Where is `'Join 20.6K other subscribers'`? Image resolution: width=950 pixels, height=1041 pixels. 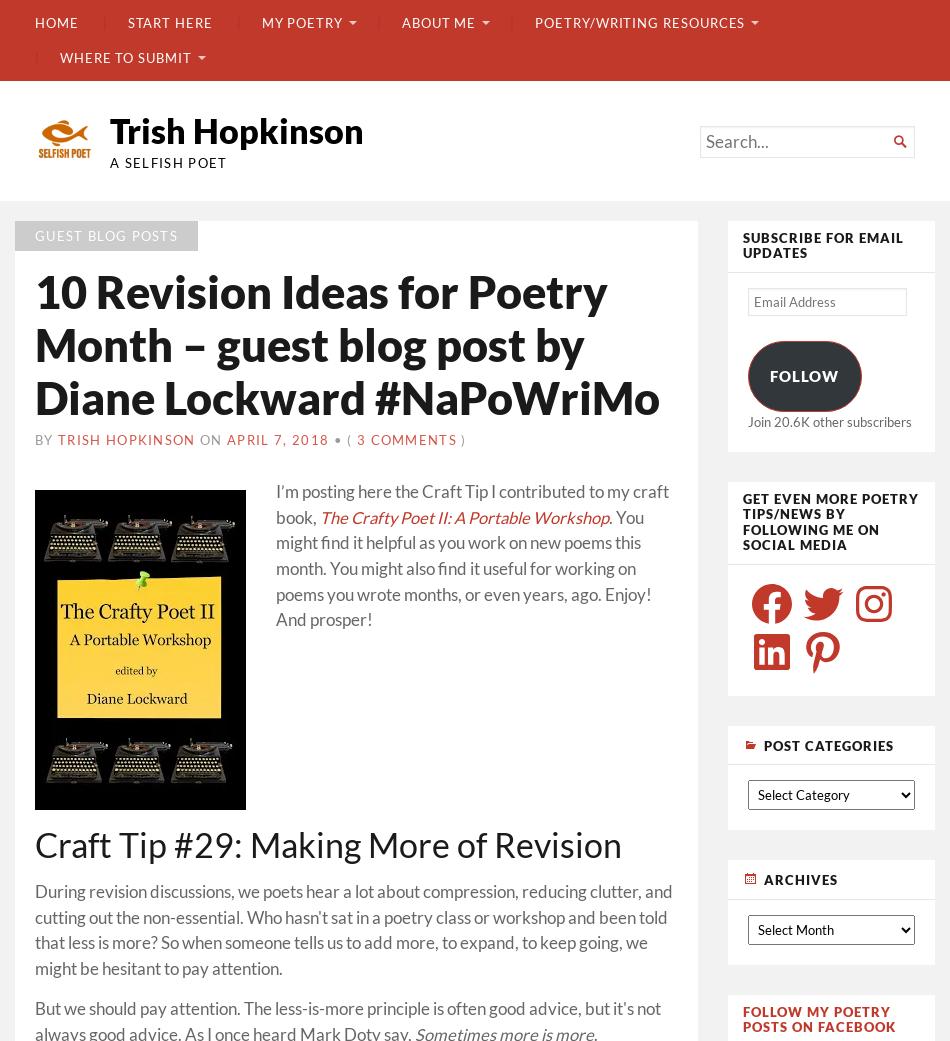
'Join 20.6K other subscribers' is located at coordinates (827, 419).